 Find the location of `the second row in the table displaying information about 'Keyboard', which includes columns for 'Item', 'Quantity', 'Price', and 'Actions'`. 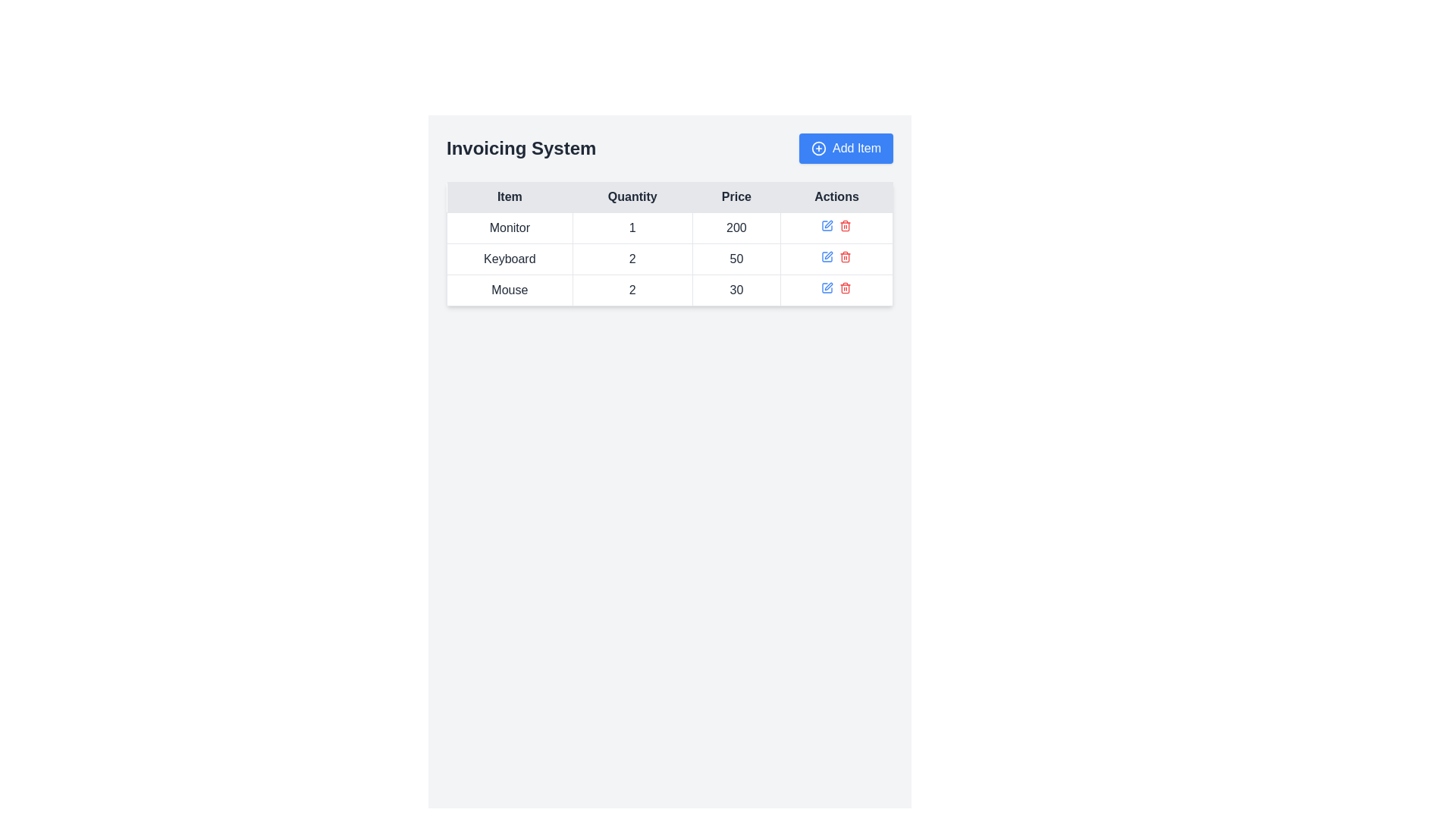

the second row in the table displaying information about 'Keyboard', which includes columns for 'Item', 'Quantity', 'Price', and 'Actions' is located at coordinates (669, 259).